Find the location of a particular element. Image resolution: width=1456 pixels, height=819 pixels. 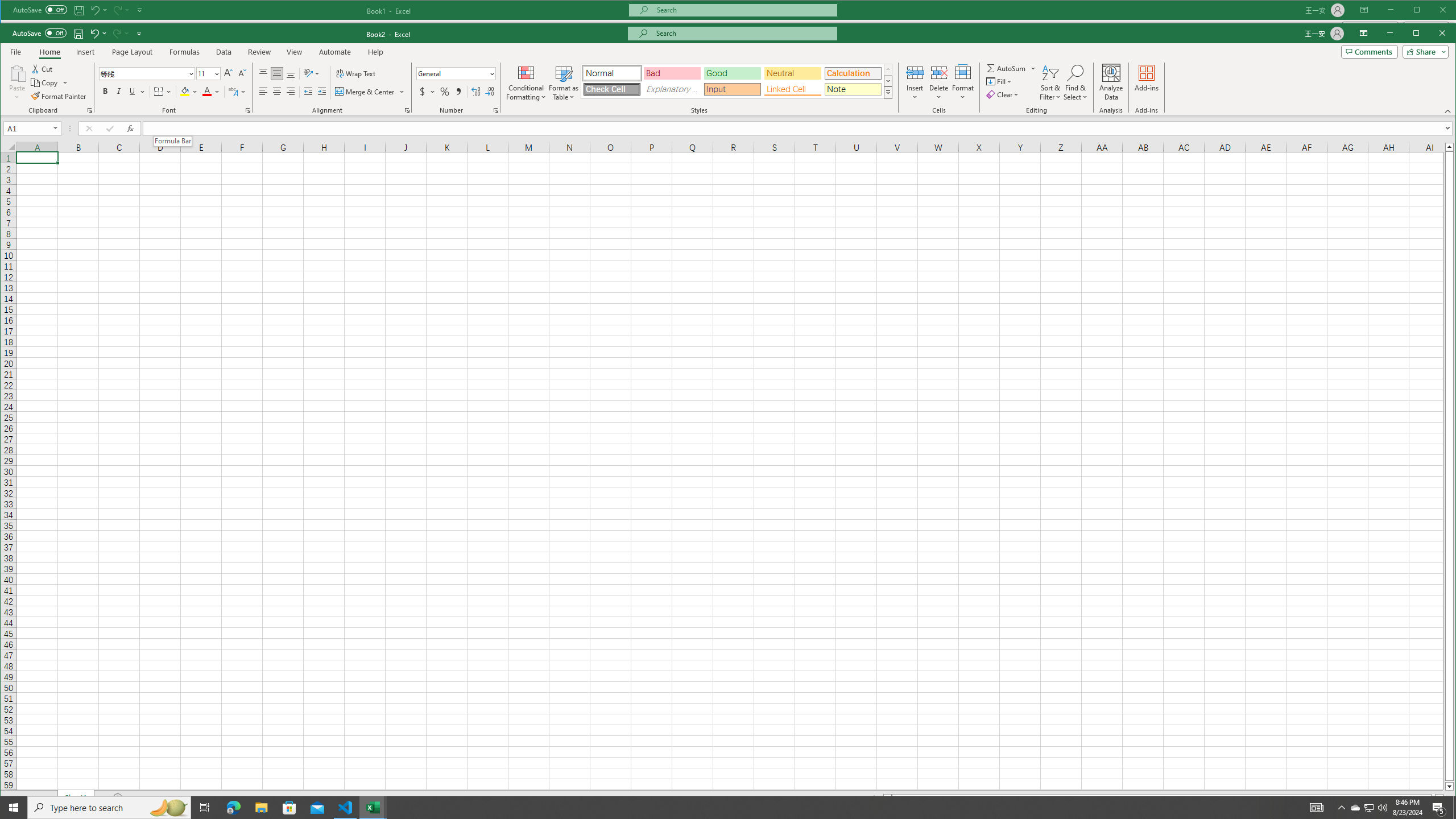

'Find & Select' is located at coordinates (1076, 82).